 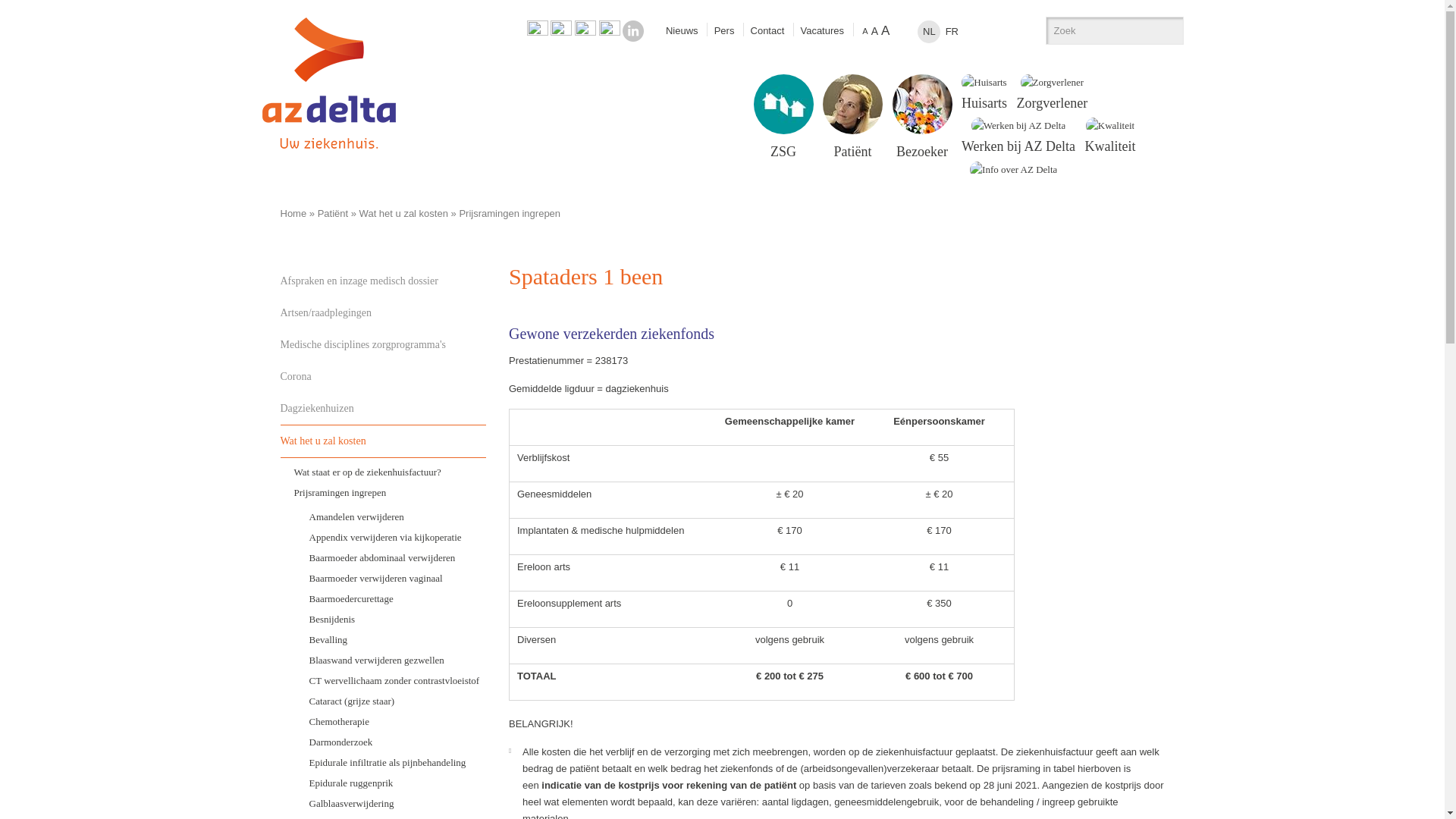 What do you see at coordinates (921, 116) in the screenshot?
I see `'Bezoeker'` at bounding box center [921, 116].